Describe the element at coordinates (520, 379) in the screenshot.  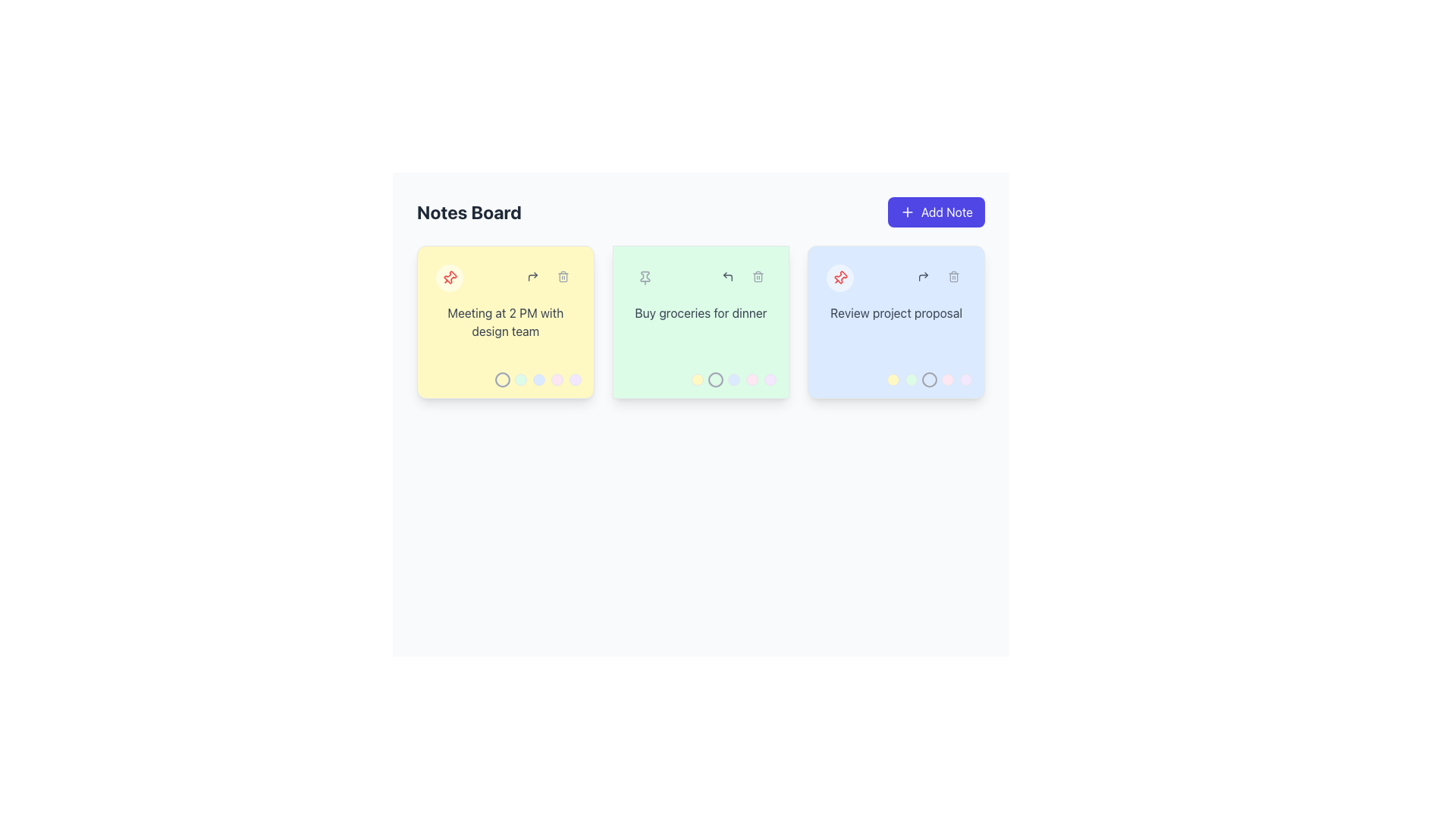
I see `the second circular selectable icon located at the bottom-right corner of the yellow card titled 'Meeting at 2 PM with design team'` at that location.